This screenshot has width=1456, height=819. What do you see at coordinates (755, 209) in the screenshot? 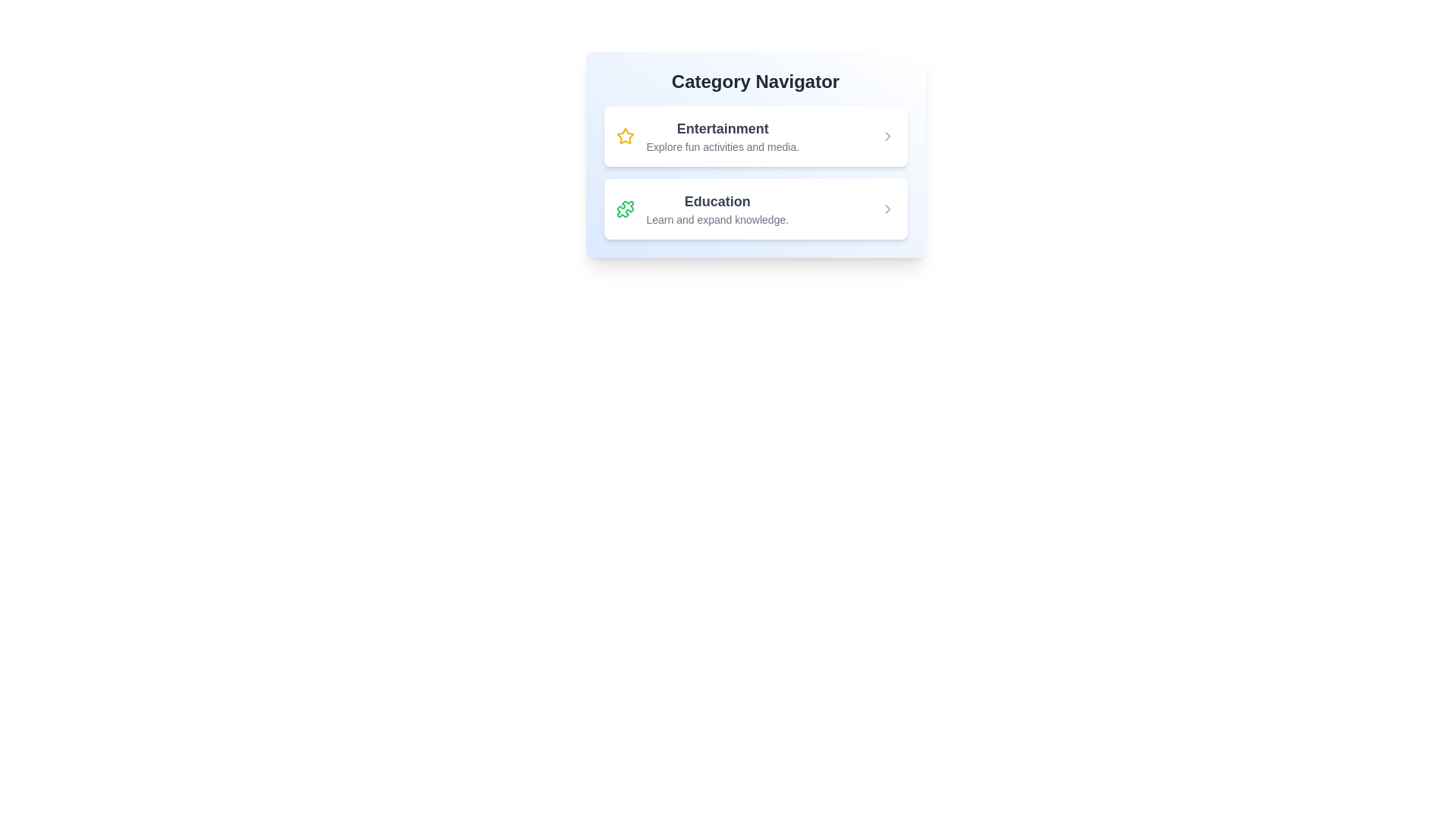
I see `the 'Education' navigation list item` at bounding box center [755, 209].